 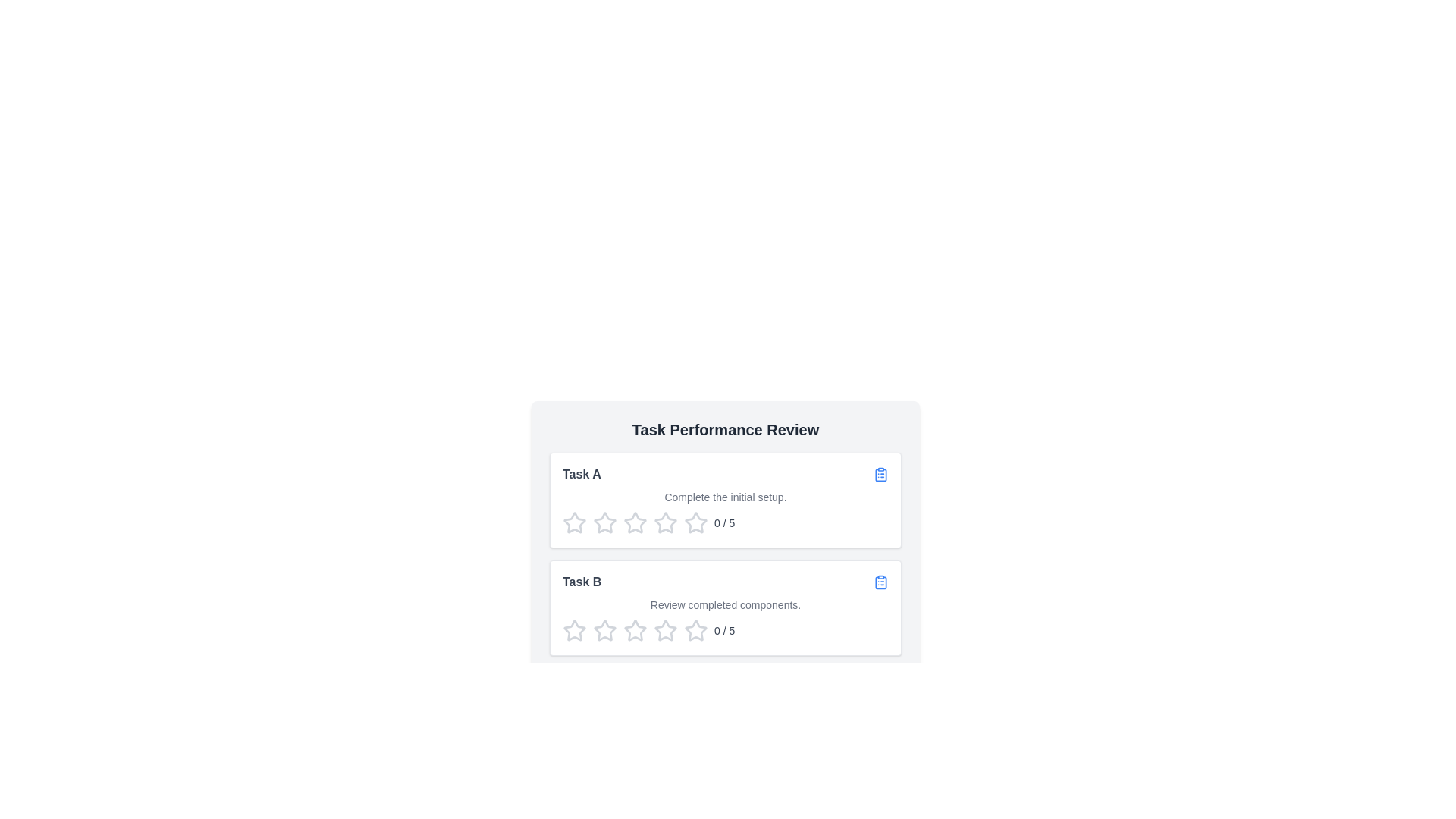 I want to click on the third star icon in the horizontal row of five stars in the 'Review completed components.' rating section under Task B, so click(x=604, y=631).